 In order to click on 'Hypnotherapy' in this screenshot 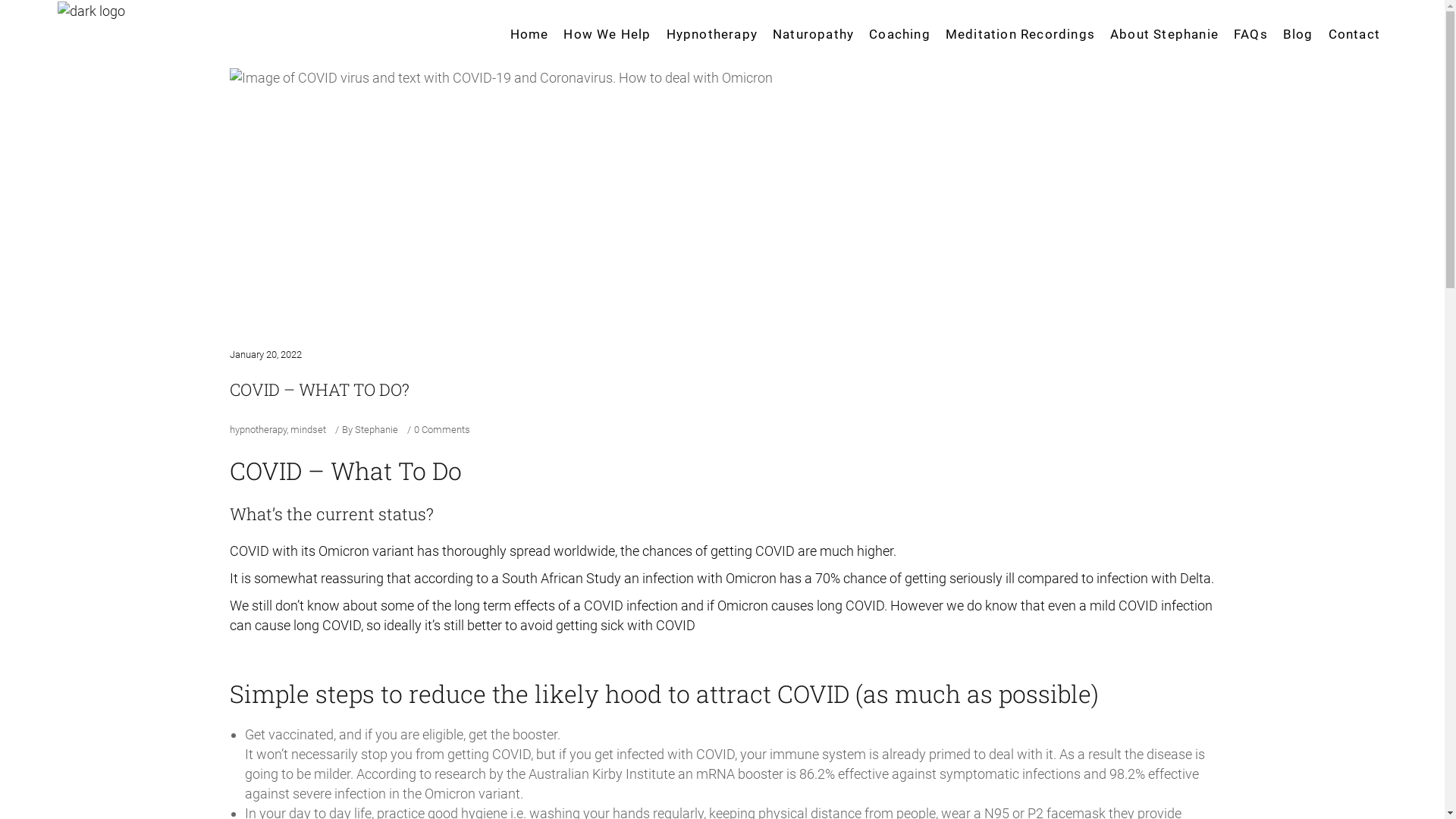, I will do `click(711, 34)`.